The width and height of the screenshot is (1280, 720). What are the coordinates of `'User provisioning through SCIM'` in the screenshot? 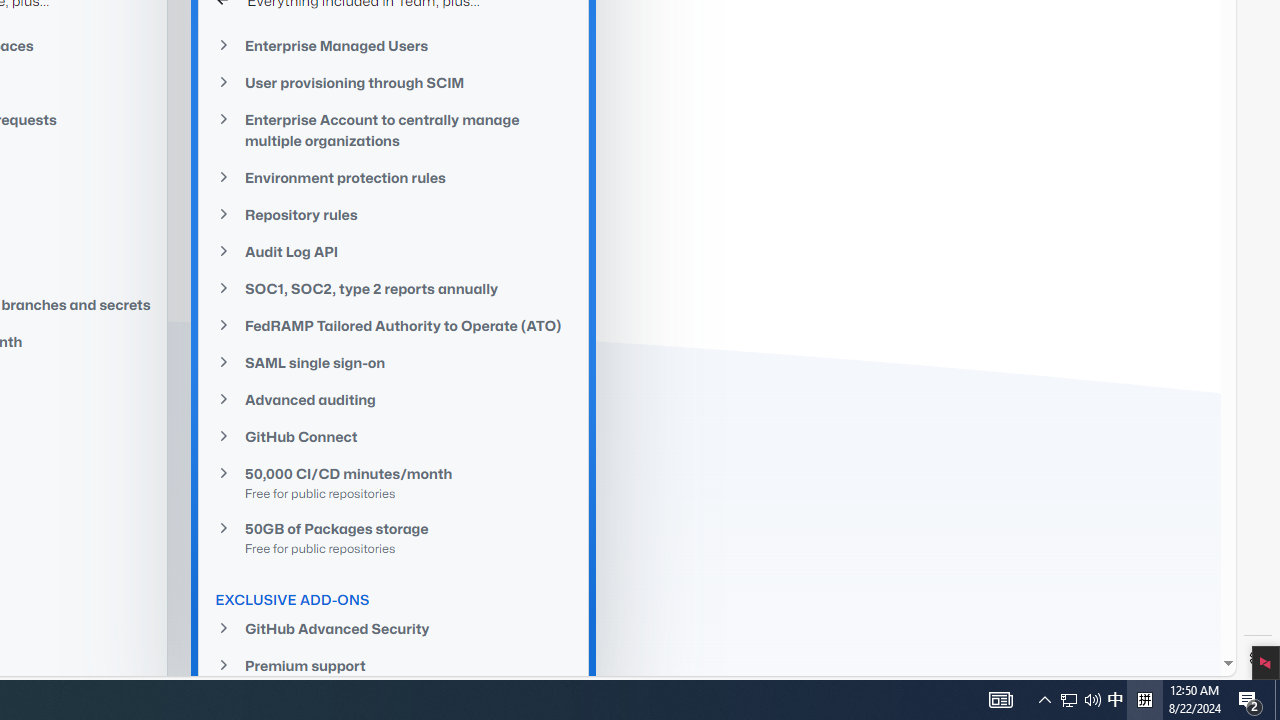 It's located at (394, 81).